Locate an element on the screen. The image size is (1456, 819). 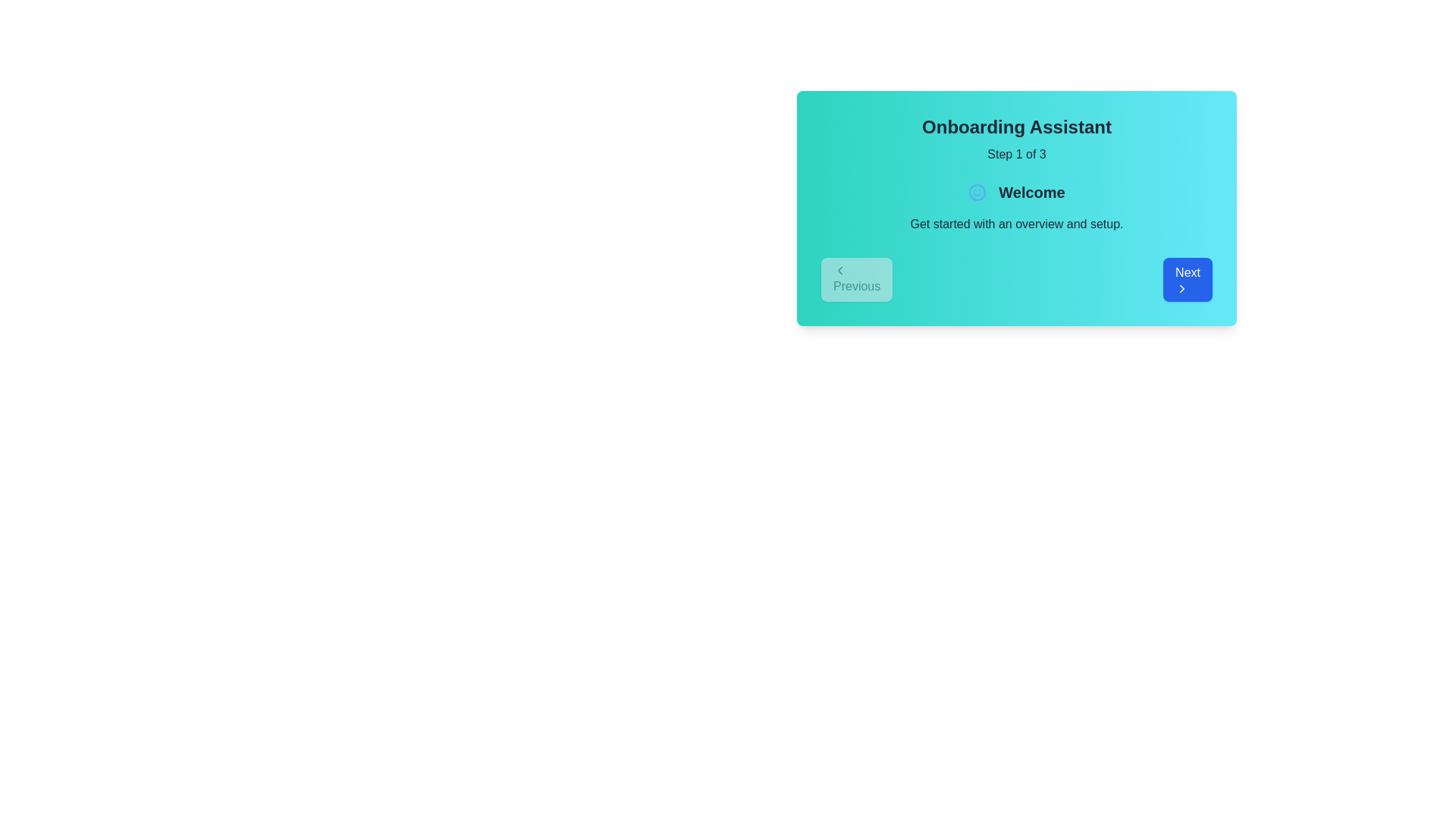
the SVG circle graphic with a blue outline that is centrally positioned within the face icon is located at coordinates (977, 192).